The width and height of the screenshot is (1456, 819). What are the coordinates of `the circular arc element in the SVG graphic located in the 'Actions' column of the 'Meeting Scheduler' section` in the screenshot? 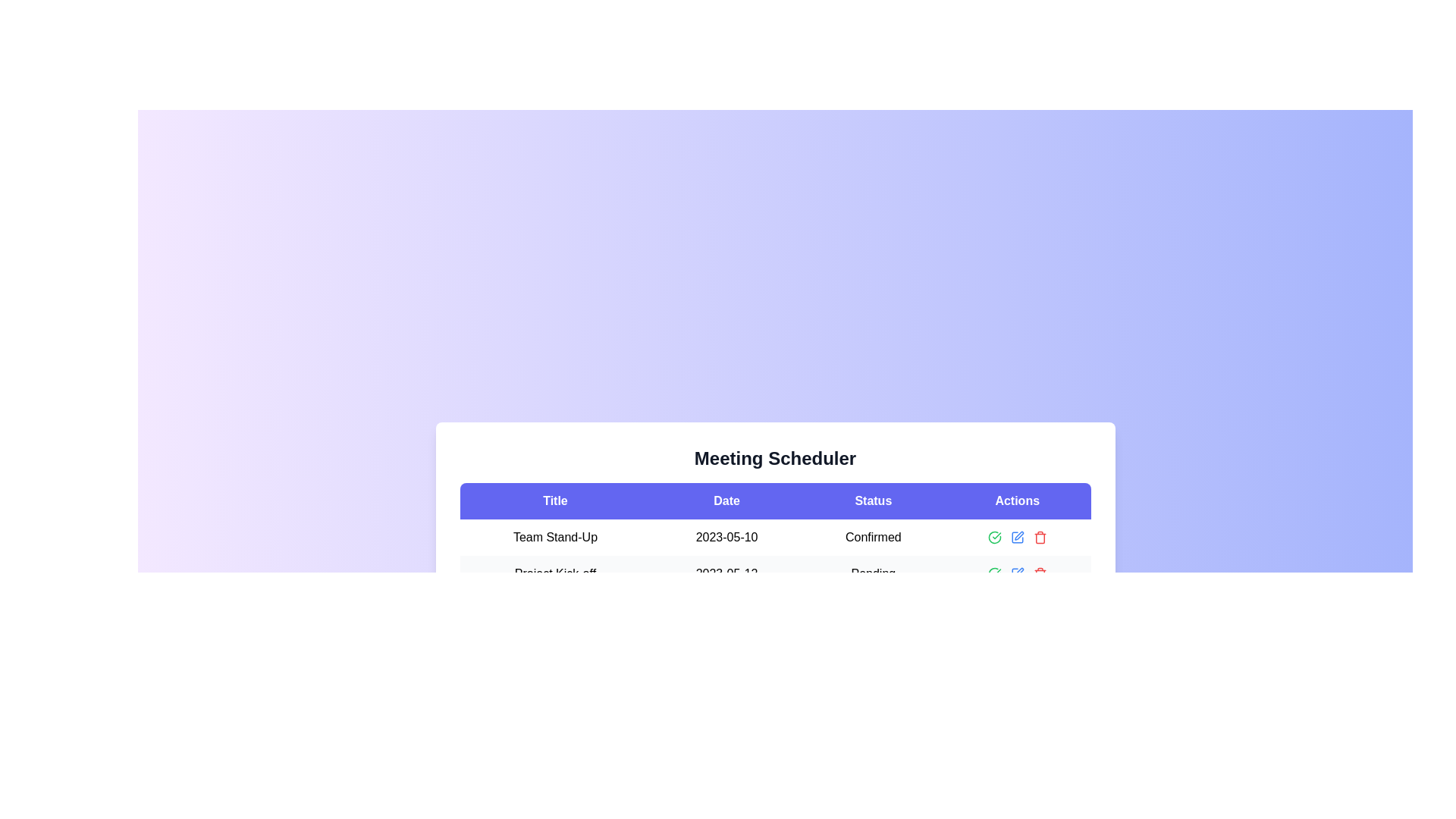 It's located at (994, 573).